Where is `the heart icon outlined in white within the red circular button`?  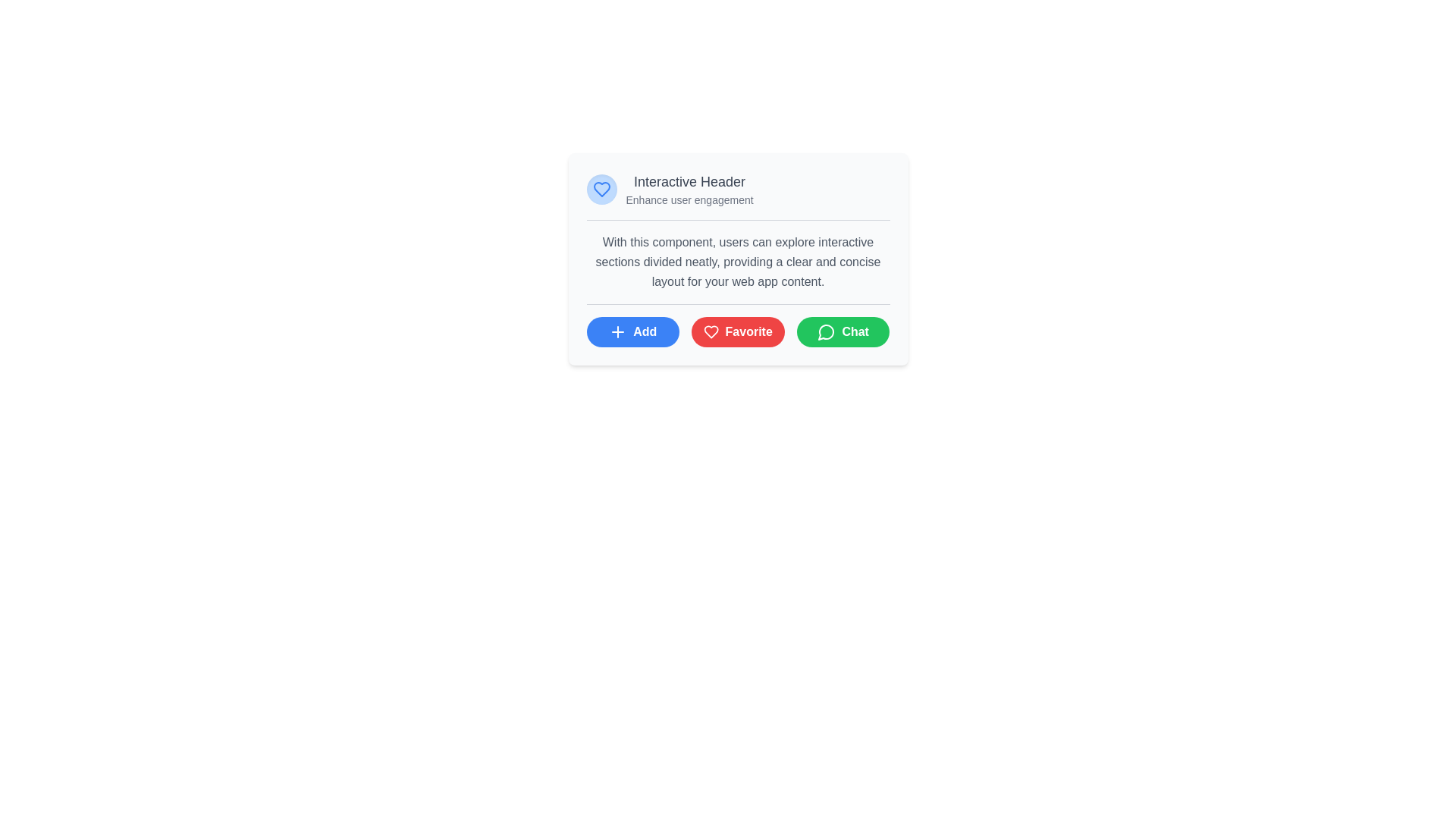
the heart icon outlined in white within the red circular button is located at coordinates (711, 331).